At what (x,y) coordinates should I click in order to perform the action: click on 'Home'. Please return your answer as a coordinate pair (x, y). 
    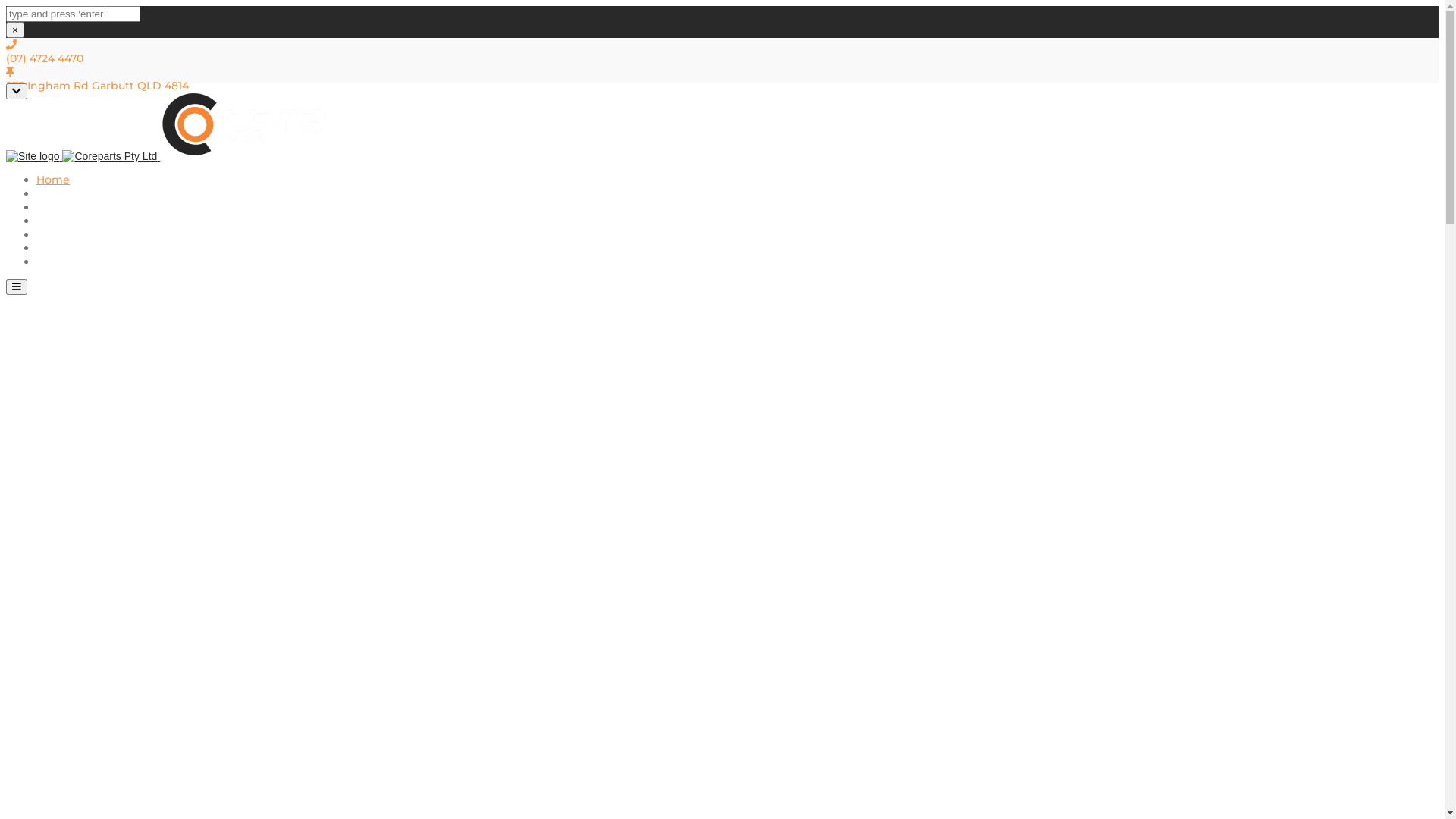
    Looking at the image, I should click on (53, 178).